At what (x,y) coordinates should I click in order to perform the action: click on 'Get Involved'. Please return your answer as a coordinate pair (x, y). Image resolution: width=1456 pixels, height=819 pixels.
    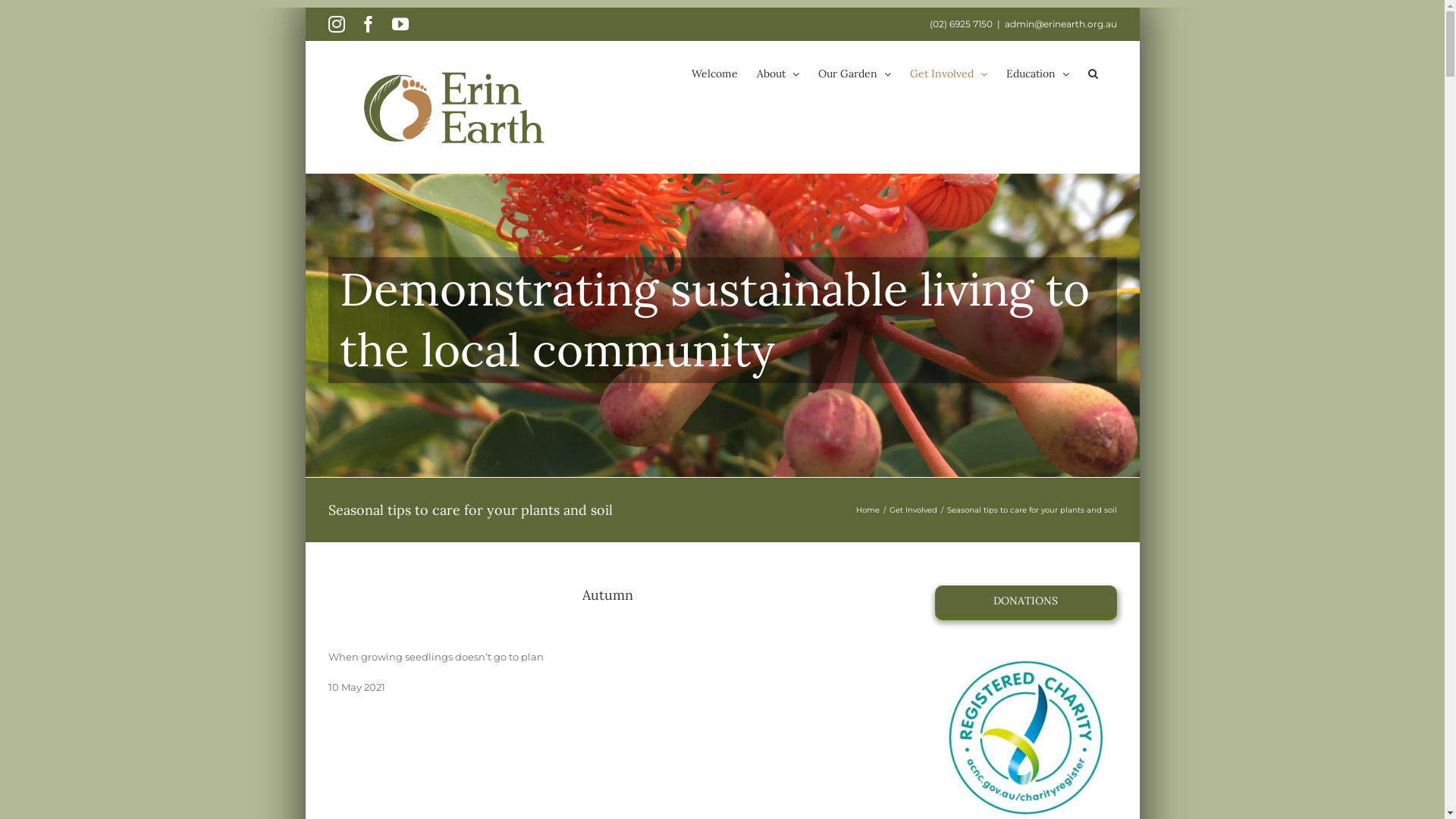
    Looking at the image, I should click on (948, 73).